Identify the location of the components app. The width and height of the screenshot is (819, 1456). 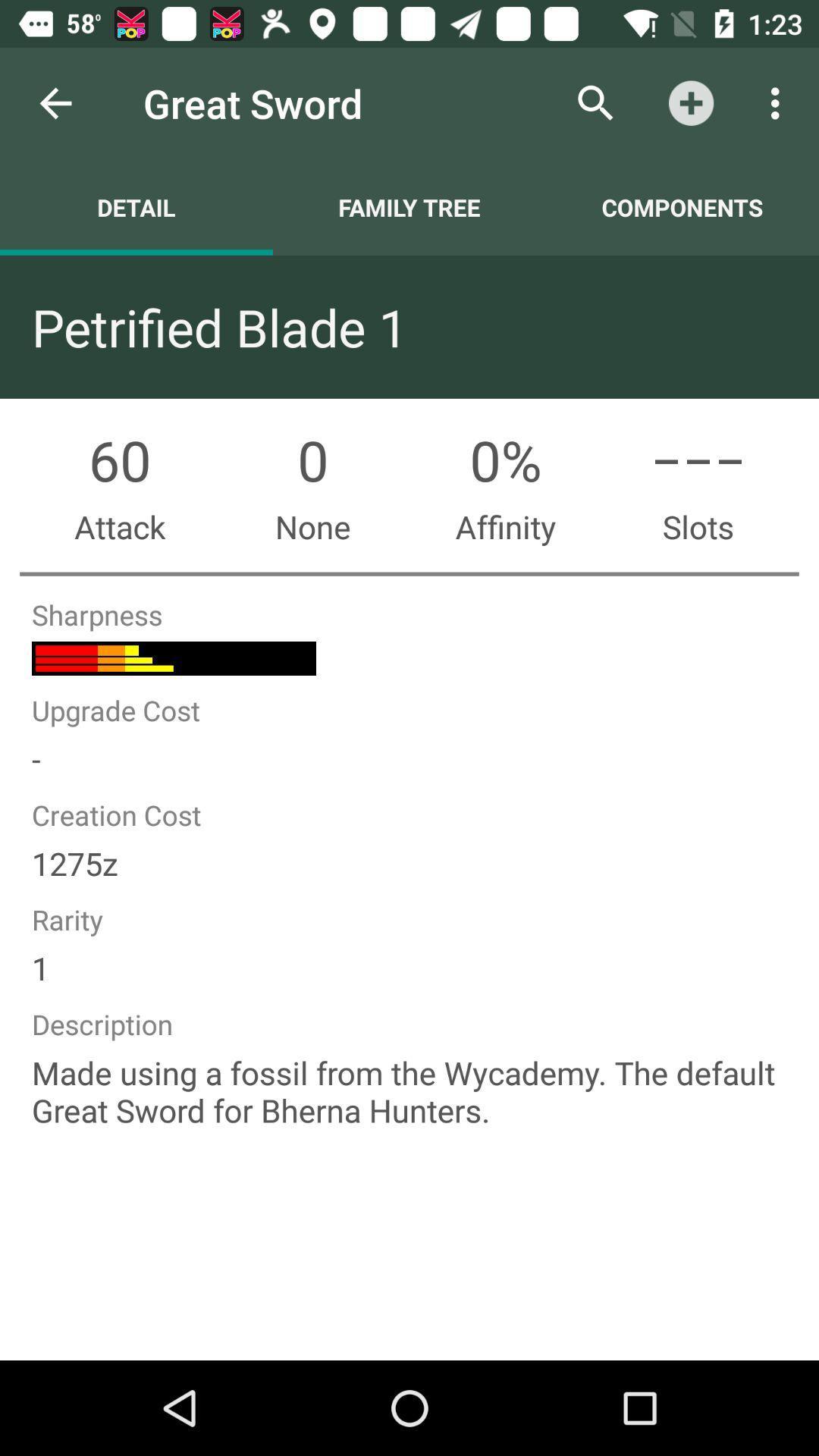
(681, 206).